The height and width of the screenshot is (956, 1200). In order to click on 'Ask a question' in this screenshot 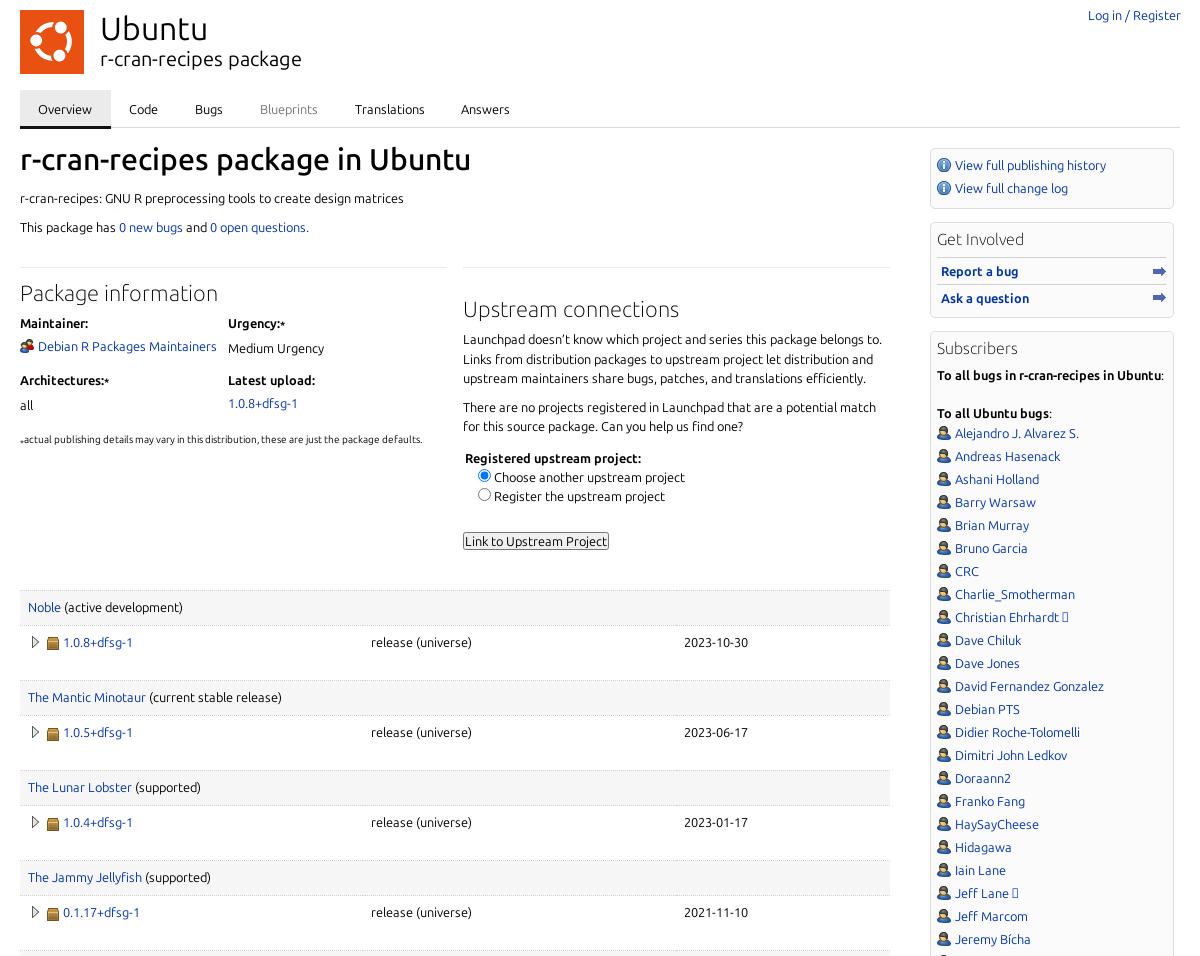, I will do `click(941, 296)`.